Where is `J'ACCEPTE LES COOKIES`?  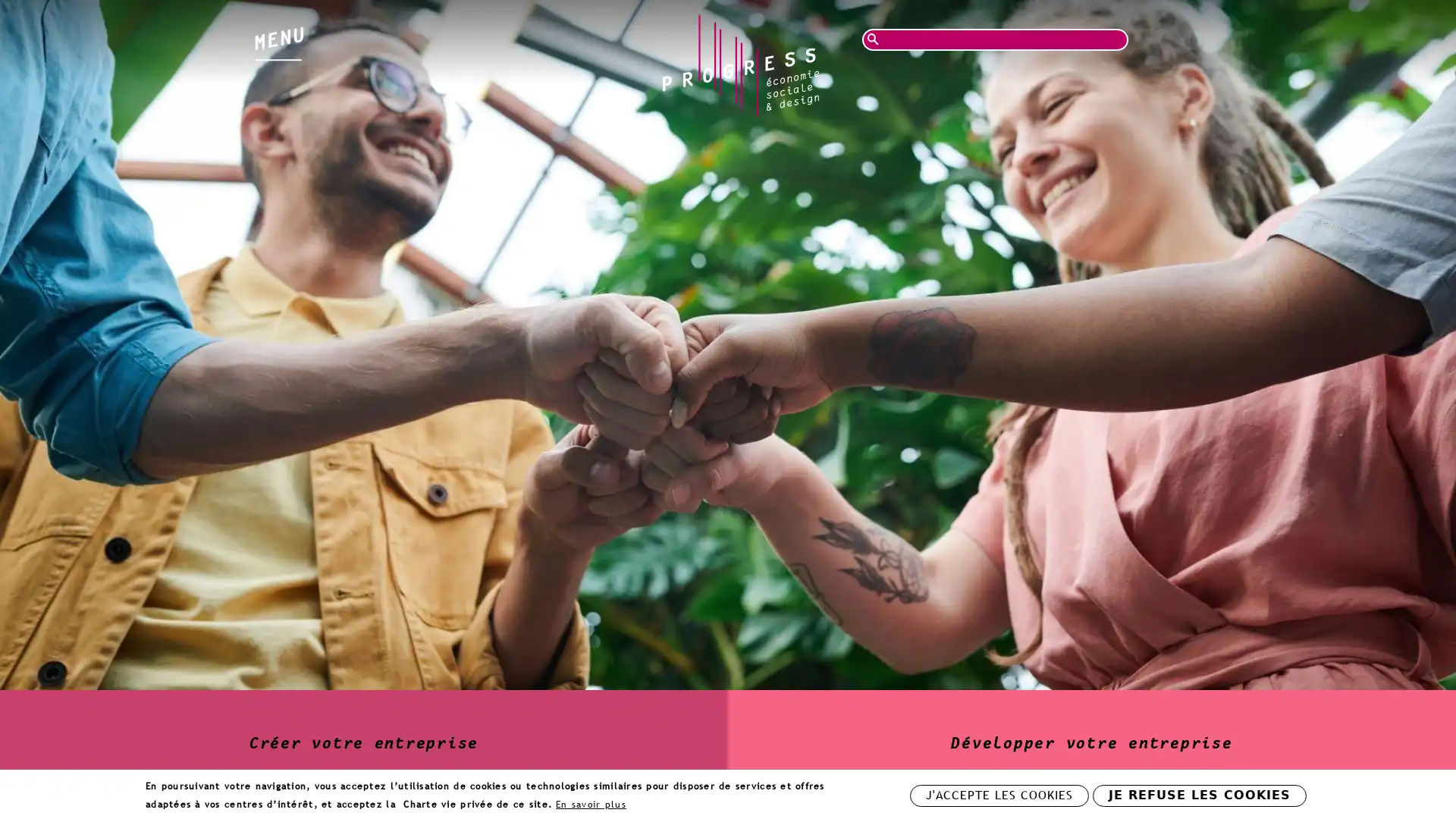 J'ACCEPTE LES COOKIES is located at coordinates (999, 795).